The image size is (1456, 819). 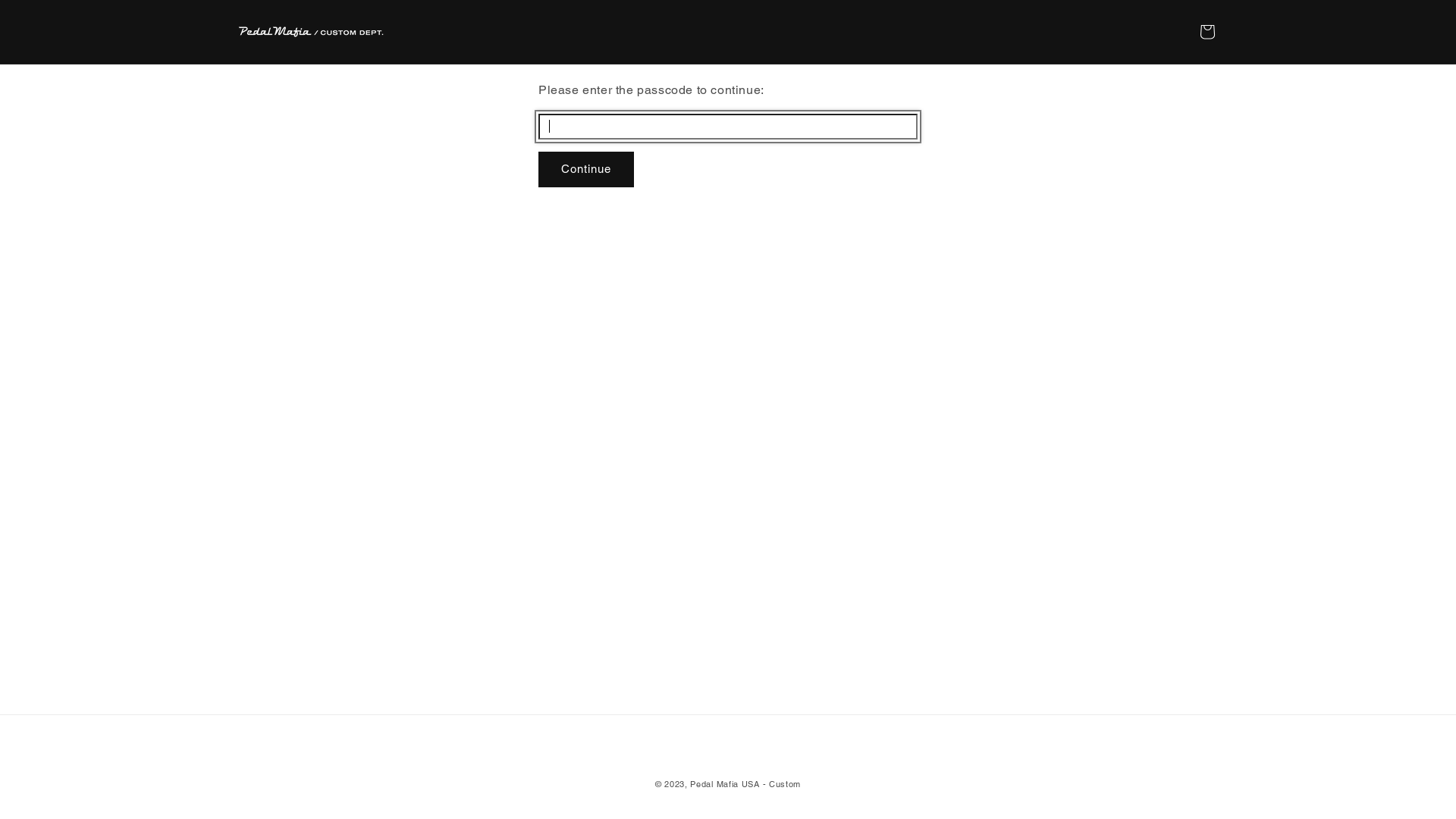 What do you see at coordinates (585, 169) in the screenshot?
I see `'Continue'` at bounding box center [585, 169].